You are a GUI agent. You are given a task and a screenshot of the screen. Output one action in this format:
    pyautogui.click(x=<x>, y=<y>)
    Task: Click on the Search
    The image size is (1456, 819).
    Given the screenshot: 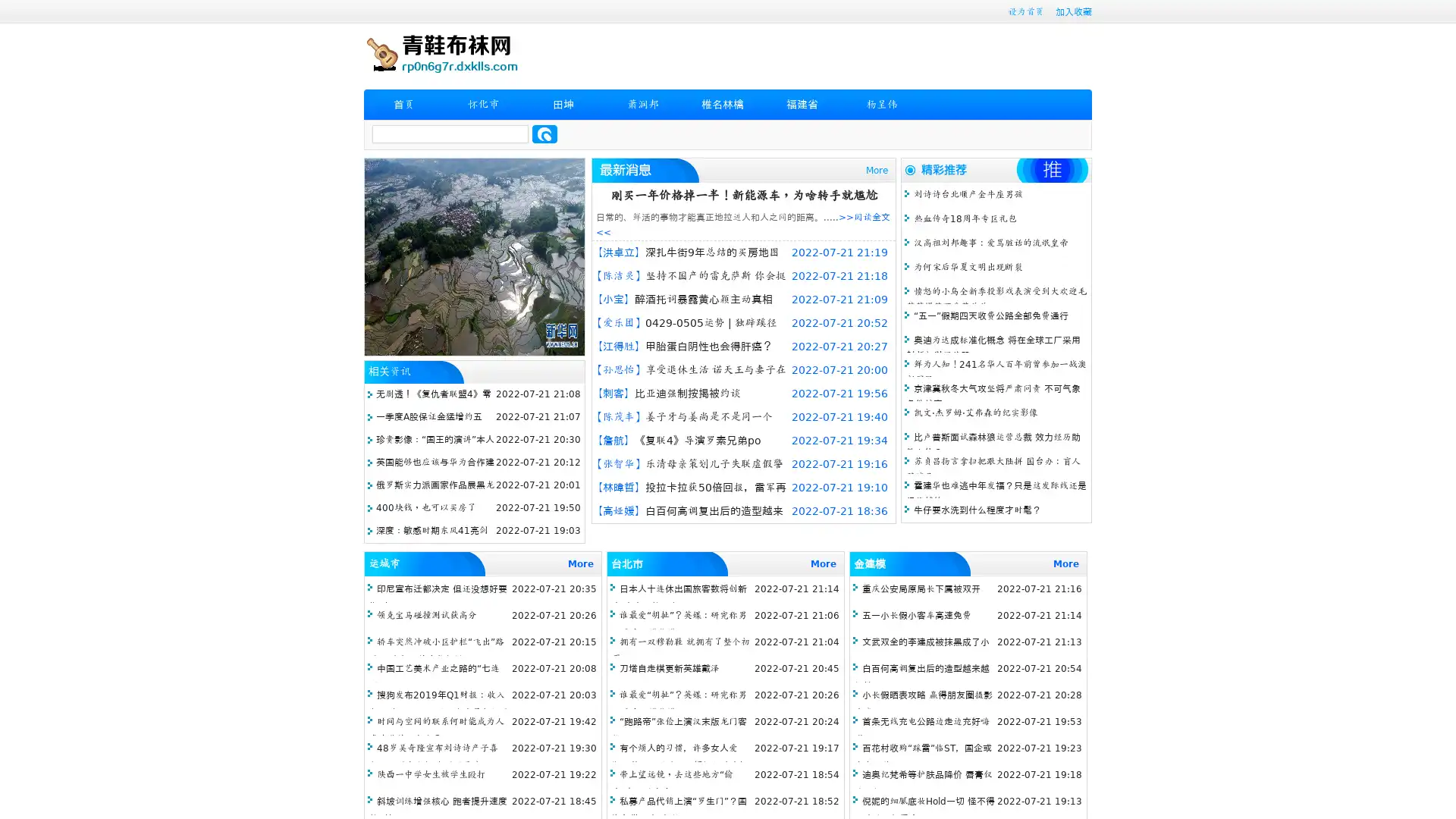 What is the action you would take?
    pyautogui.click(x=544, y=133)
    